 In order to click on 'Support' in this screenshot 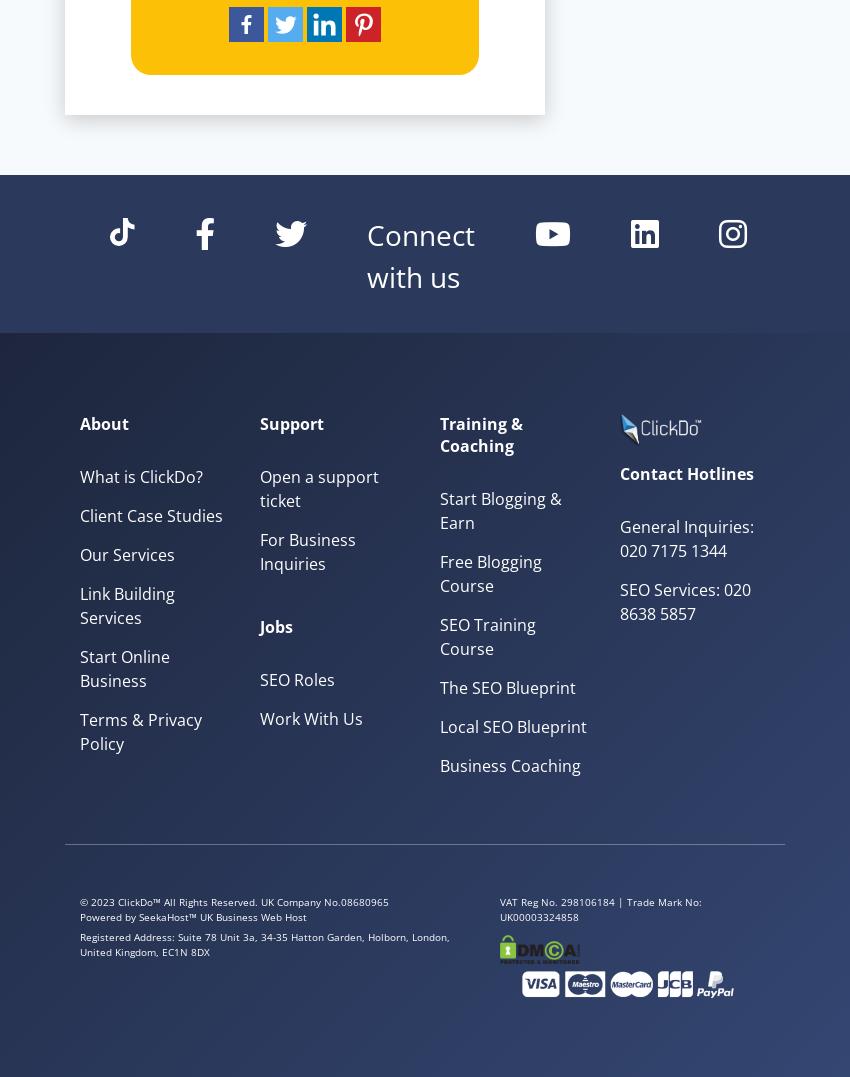, I will do `click(290, 422)`.